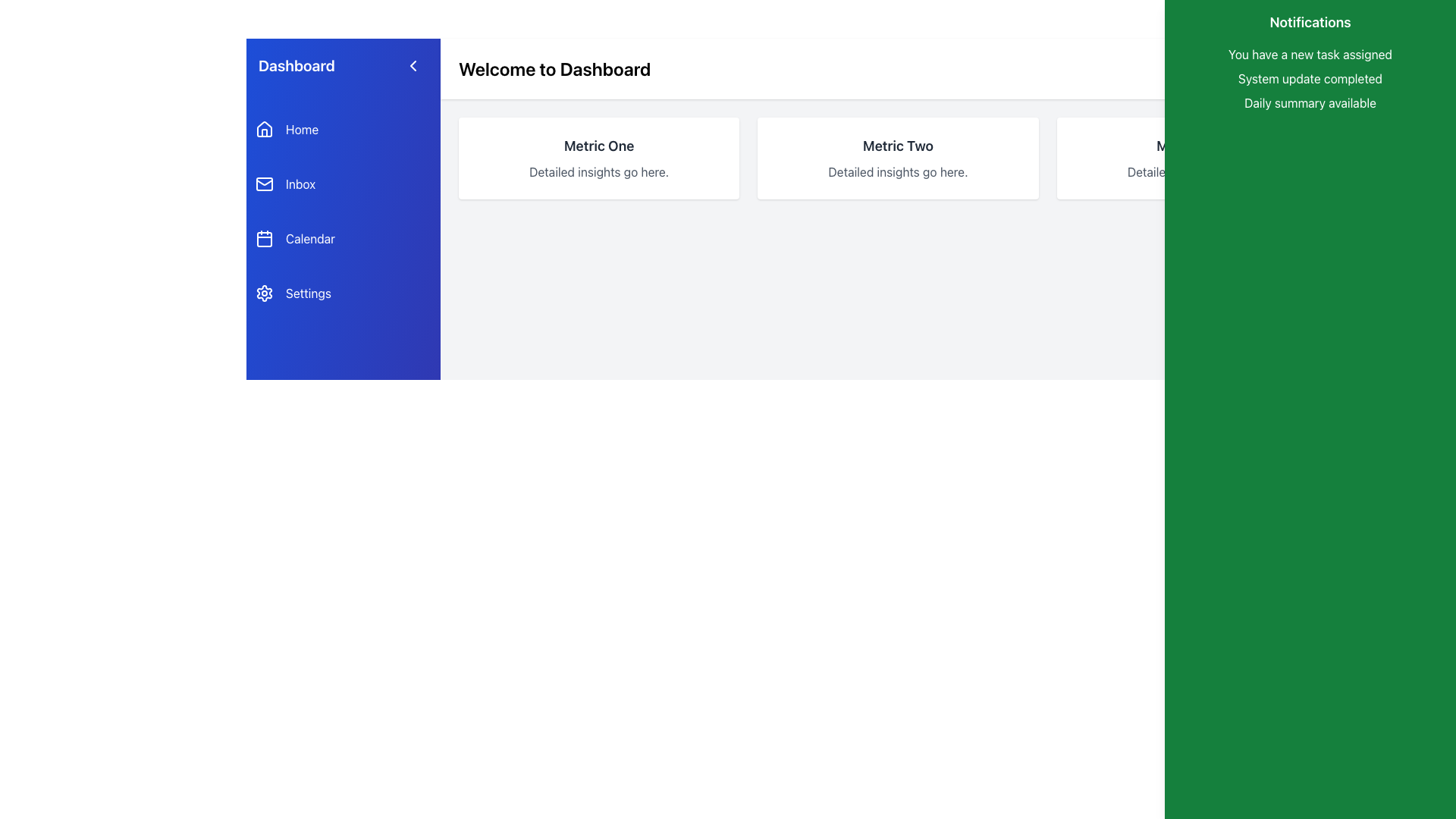 This screenshot has width=1456, height=819. Describe the element at coordinates (342, 184) in the screenshot. I see `the navigation button for 'Inbox' located below the 'Home' option and above 'Calendar' in the left sidebar` at that location.